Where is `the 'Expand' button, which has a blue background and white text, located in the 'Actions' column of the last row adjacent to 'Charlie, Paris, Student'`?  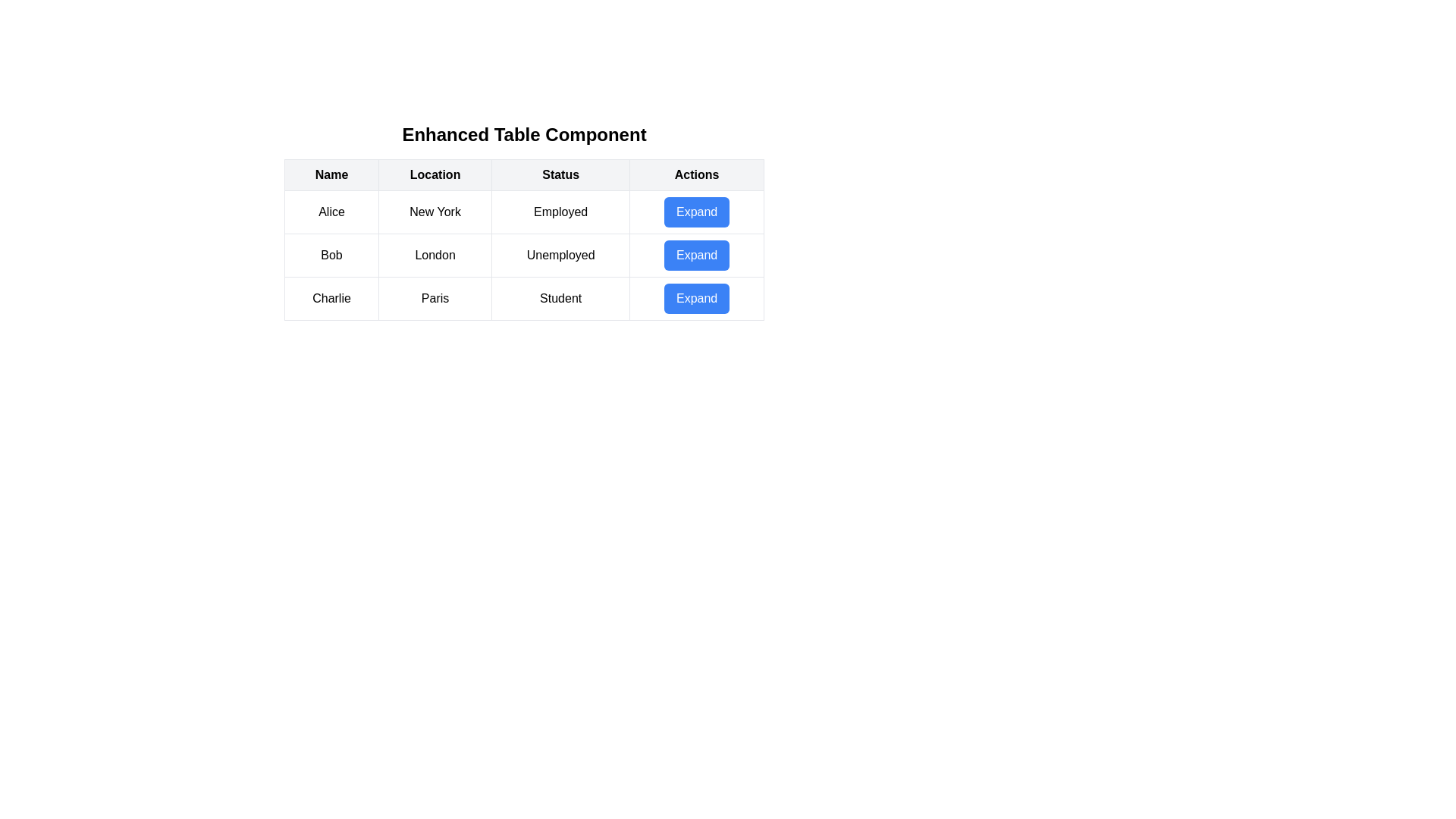 the 'Expand' button, which has a blue background and white text, located in the 'Actions' column of the last row adjacent to 'Charlie, Paris, Student' is located at coordinates (696, 298).